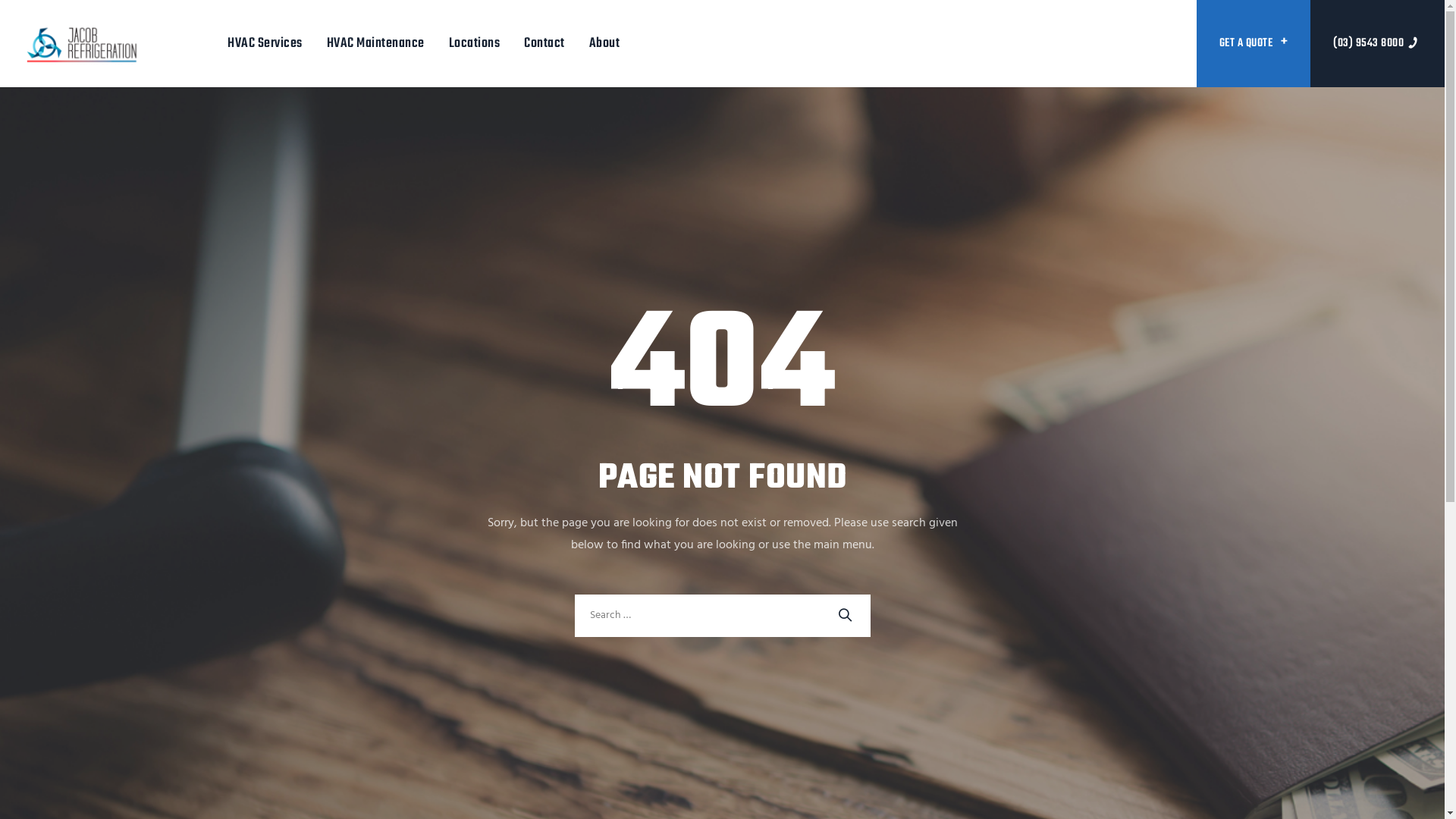 This screenshot has height=819, width=1456. I want to click on 'About', so click(604, 42).